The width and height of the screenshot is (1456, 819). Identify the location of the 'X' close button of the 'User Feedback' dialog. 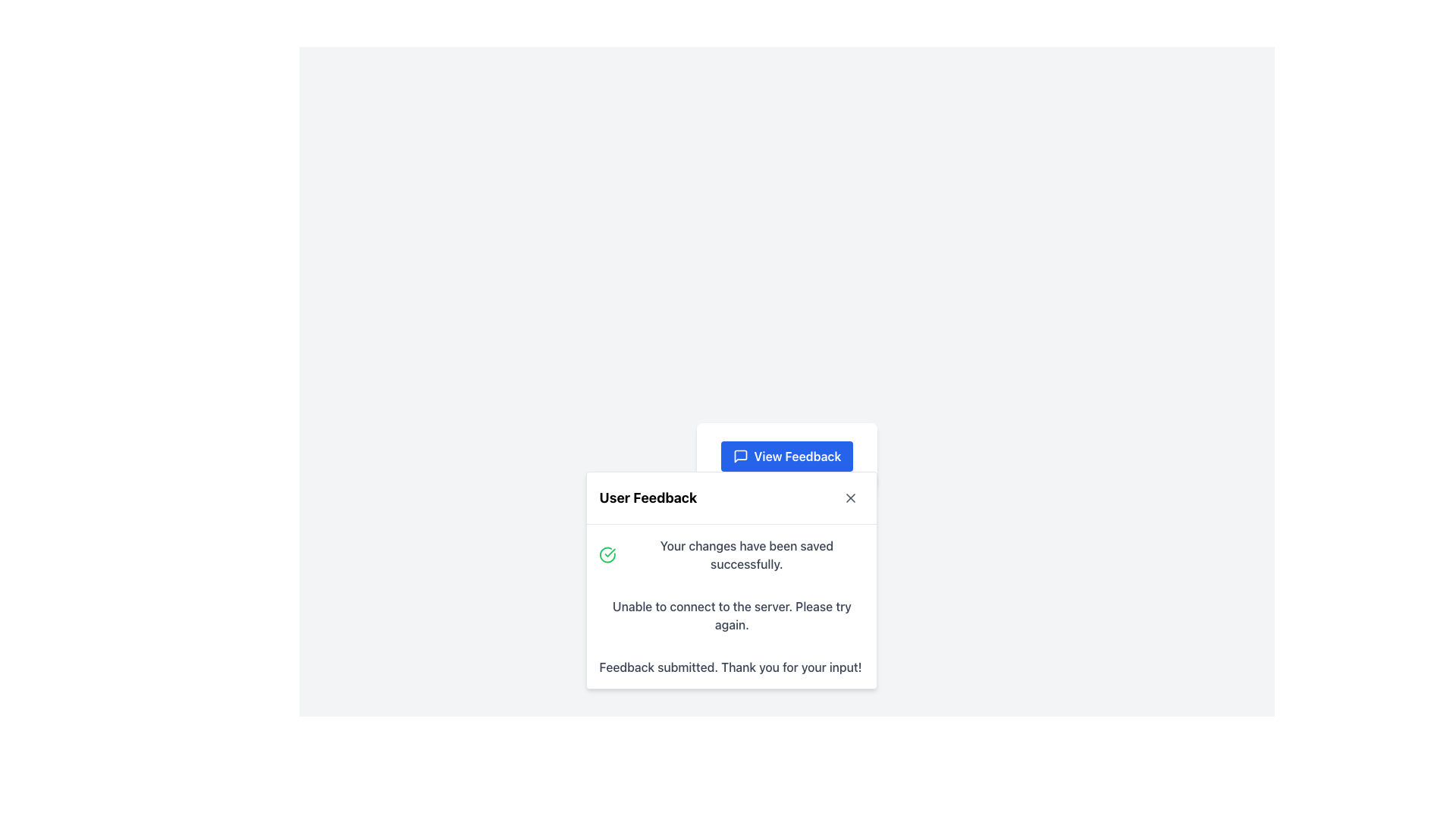
(851, 497).